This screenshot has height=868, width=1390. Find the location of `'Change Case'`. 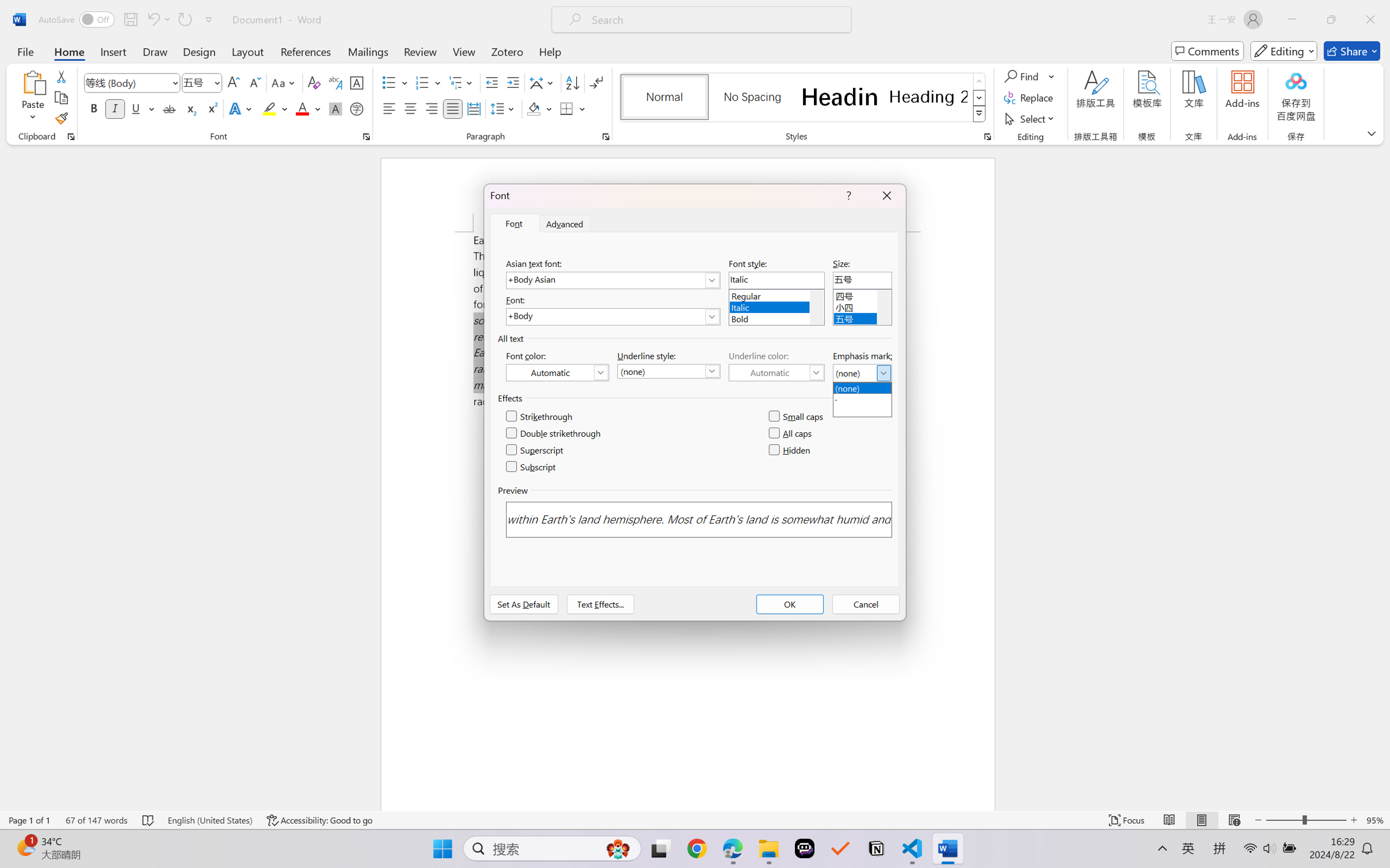

'Change Case' is located at coordinates (283, 83).